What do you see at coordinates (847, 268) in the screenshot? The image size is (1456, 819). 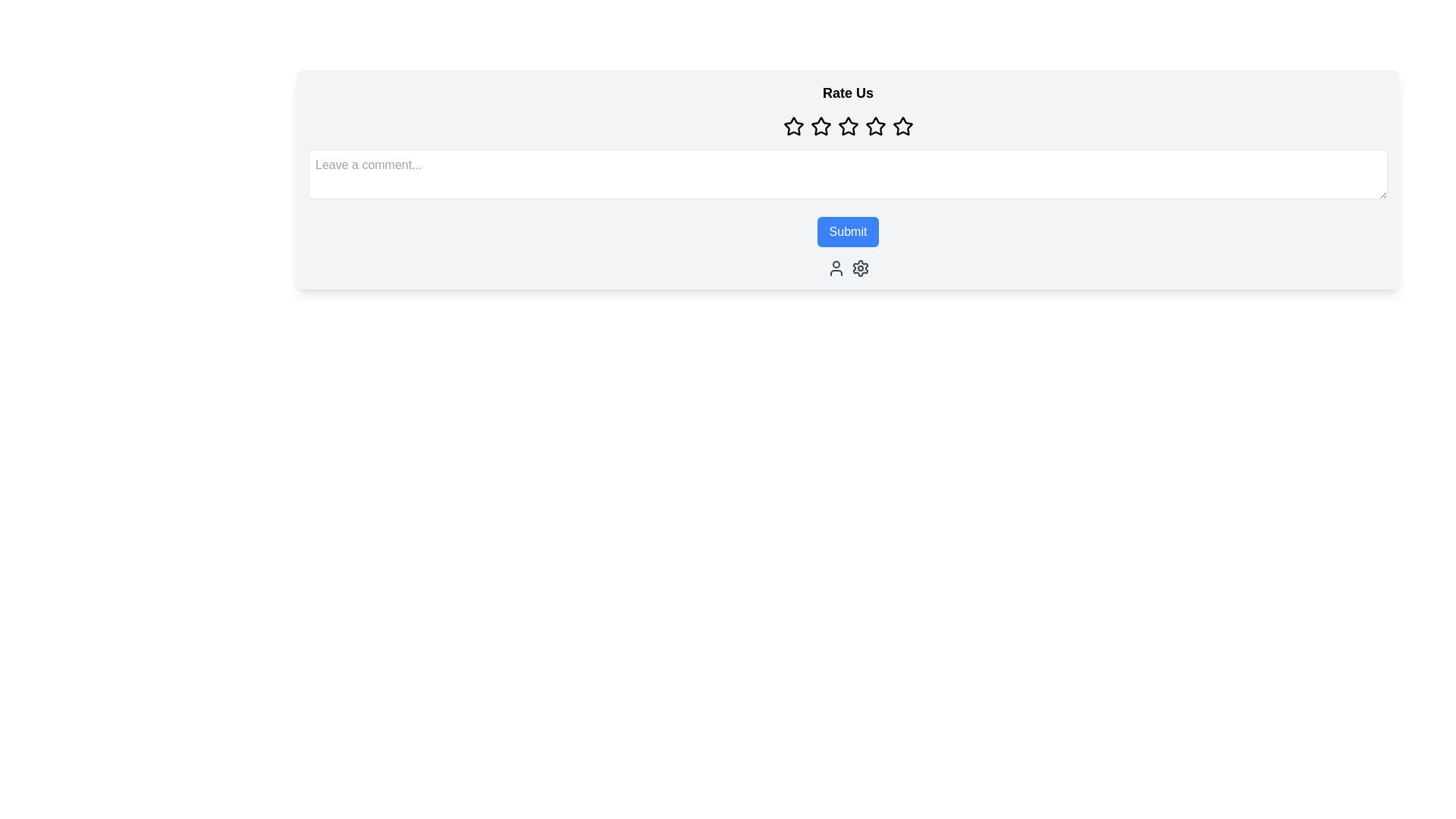 I see `the icon group located at the bottom section of the 'Rate Us' card` at bounding box center [847, 268].